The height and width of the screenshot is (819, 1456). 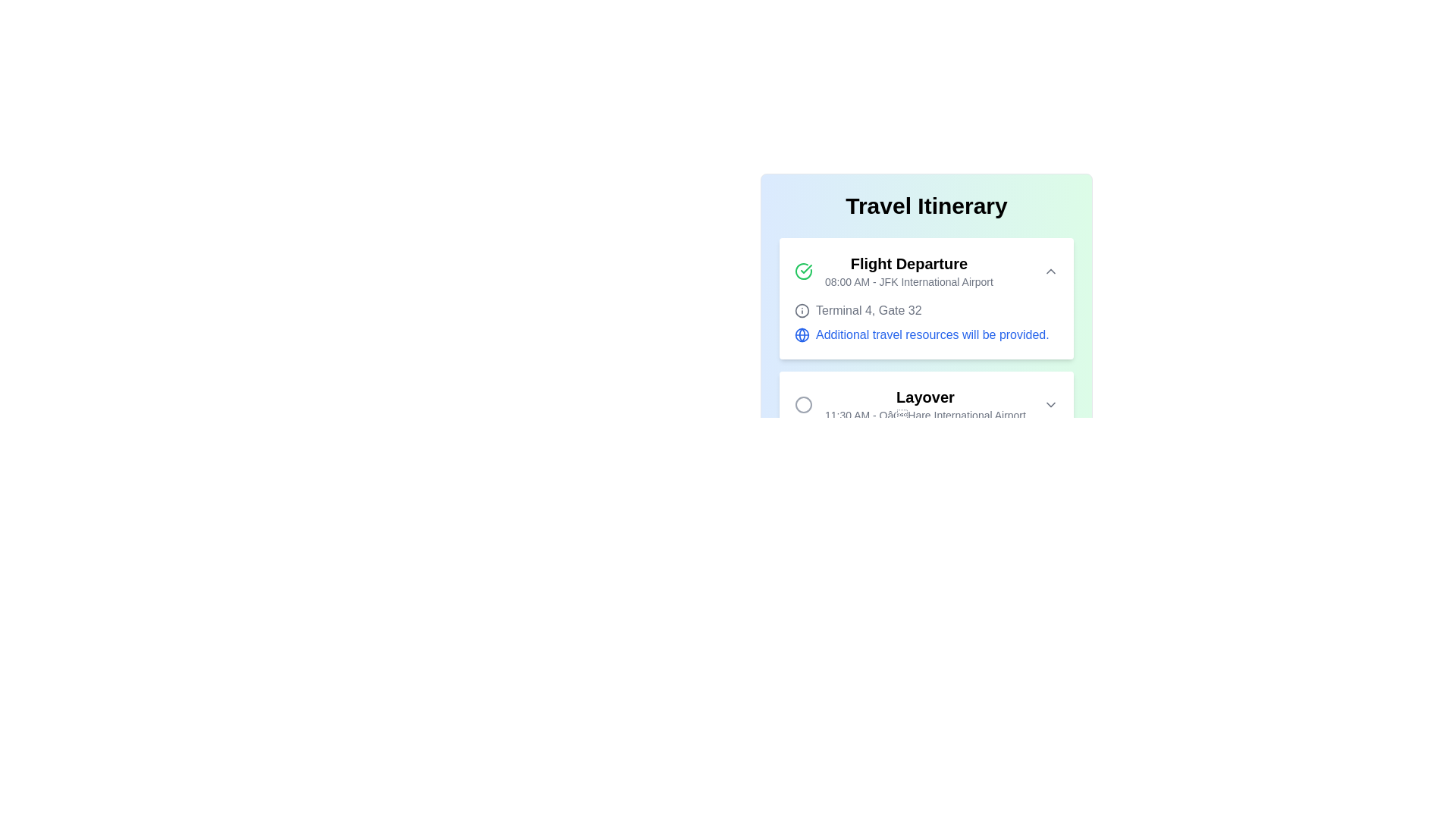 I want to click on the circular orbit icon representing global travel resources located in the 'Flight Departure' section of the 'Travel Itinerary' card, so click(x=801, y=334).